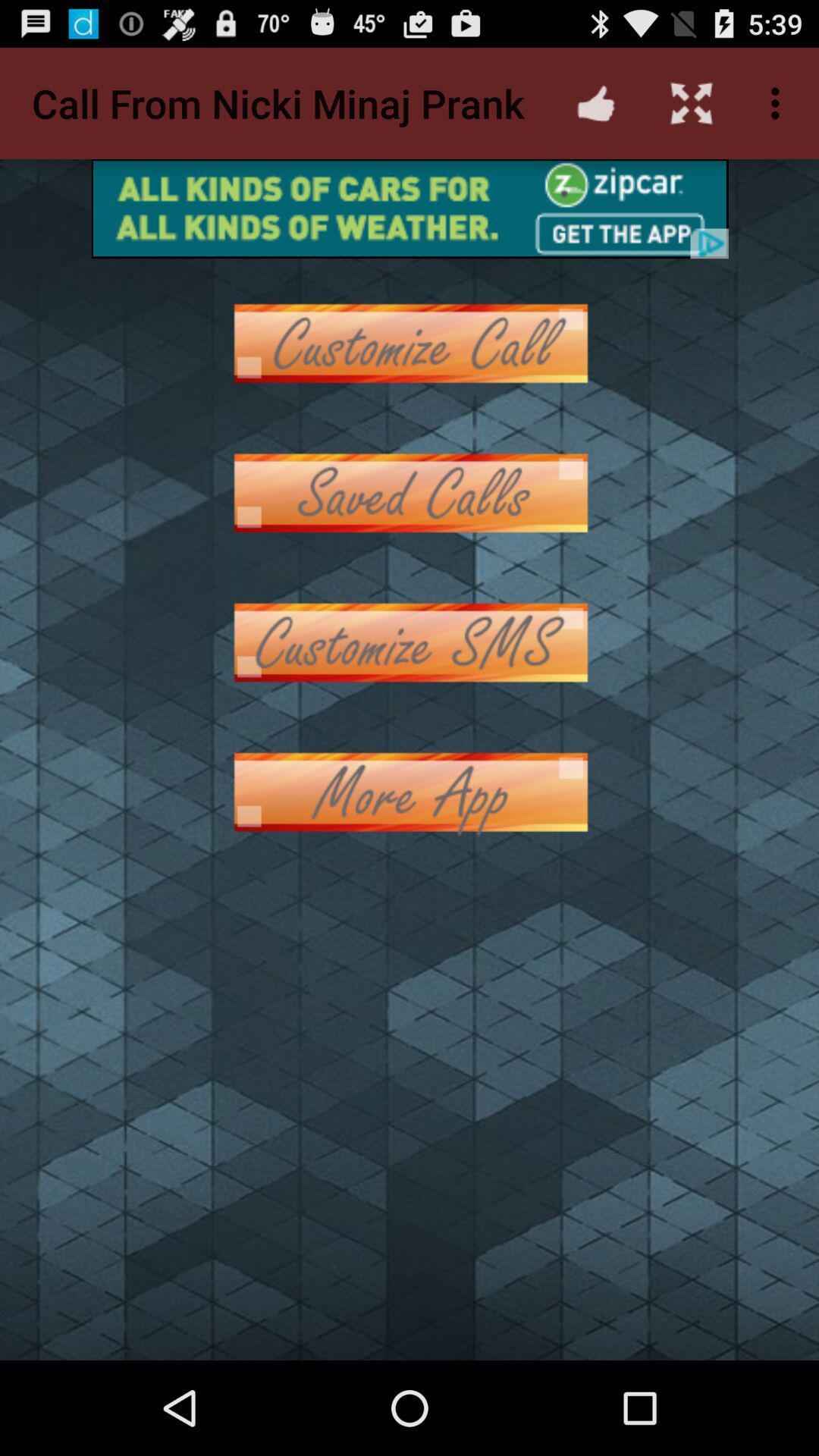 Image resolution: width=819 pixels, height=1456 pixels. I want to click on options button, so click(409, 493).